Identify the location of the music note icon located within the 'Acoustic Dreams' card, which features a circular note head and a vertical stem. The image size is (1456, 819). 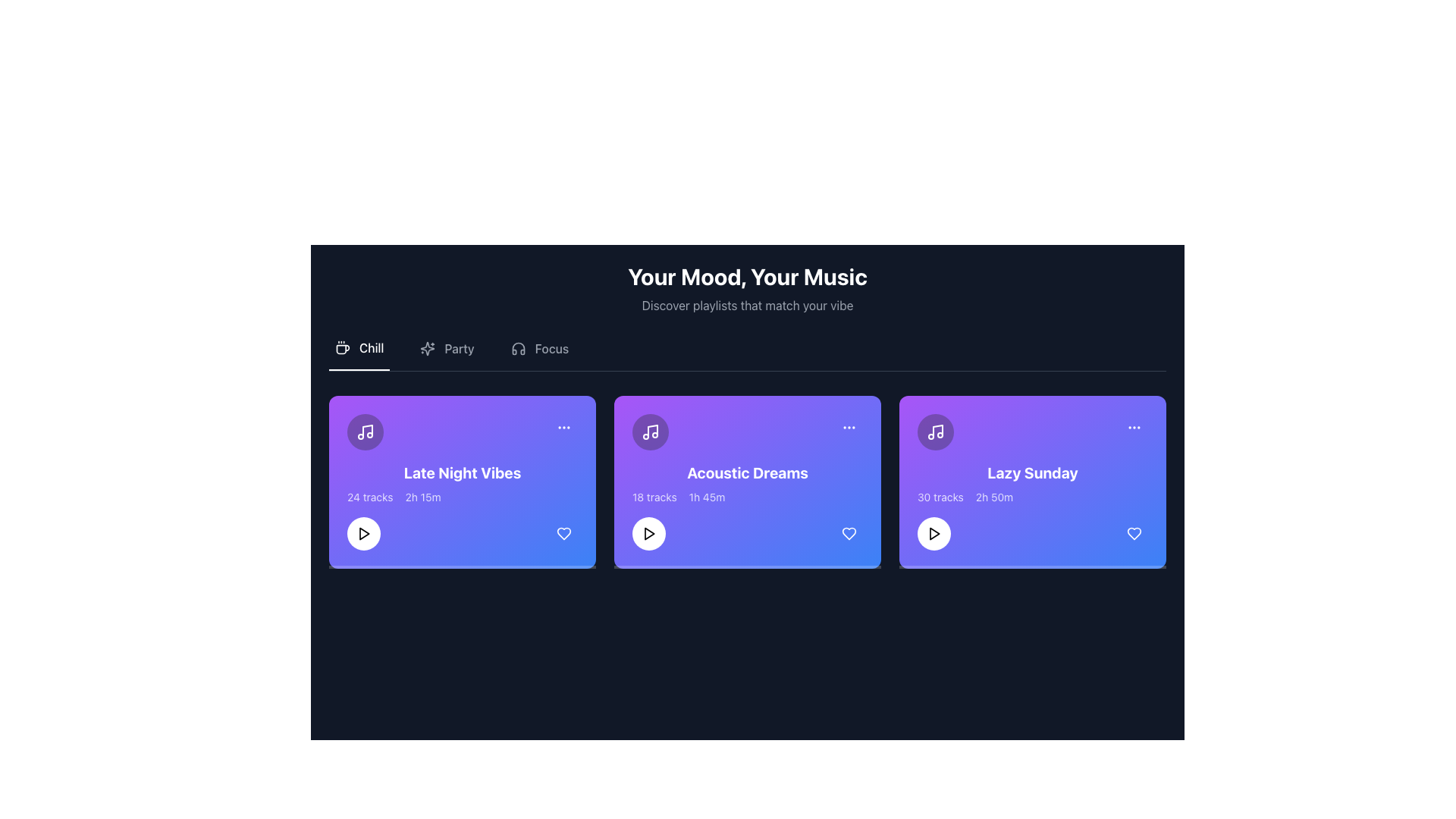
(651, 432).